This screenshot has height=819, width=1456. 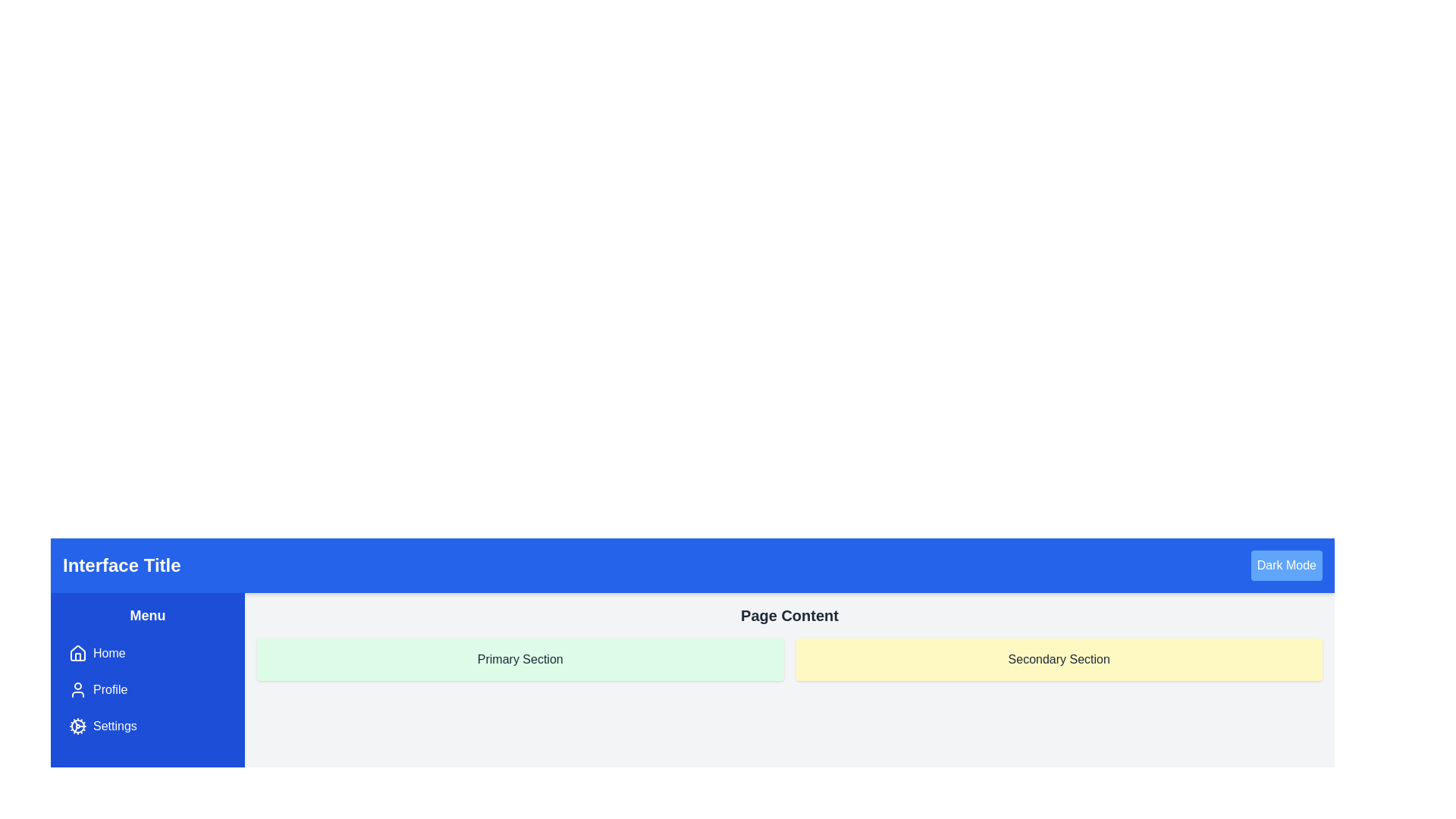 I want to click on the 'Home' icon located in the left-hand navigation bar under the 'Menu' section, so click(x=77, y=651).